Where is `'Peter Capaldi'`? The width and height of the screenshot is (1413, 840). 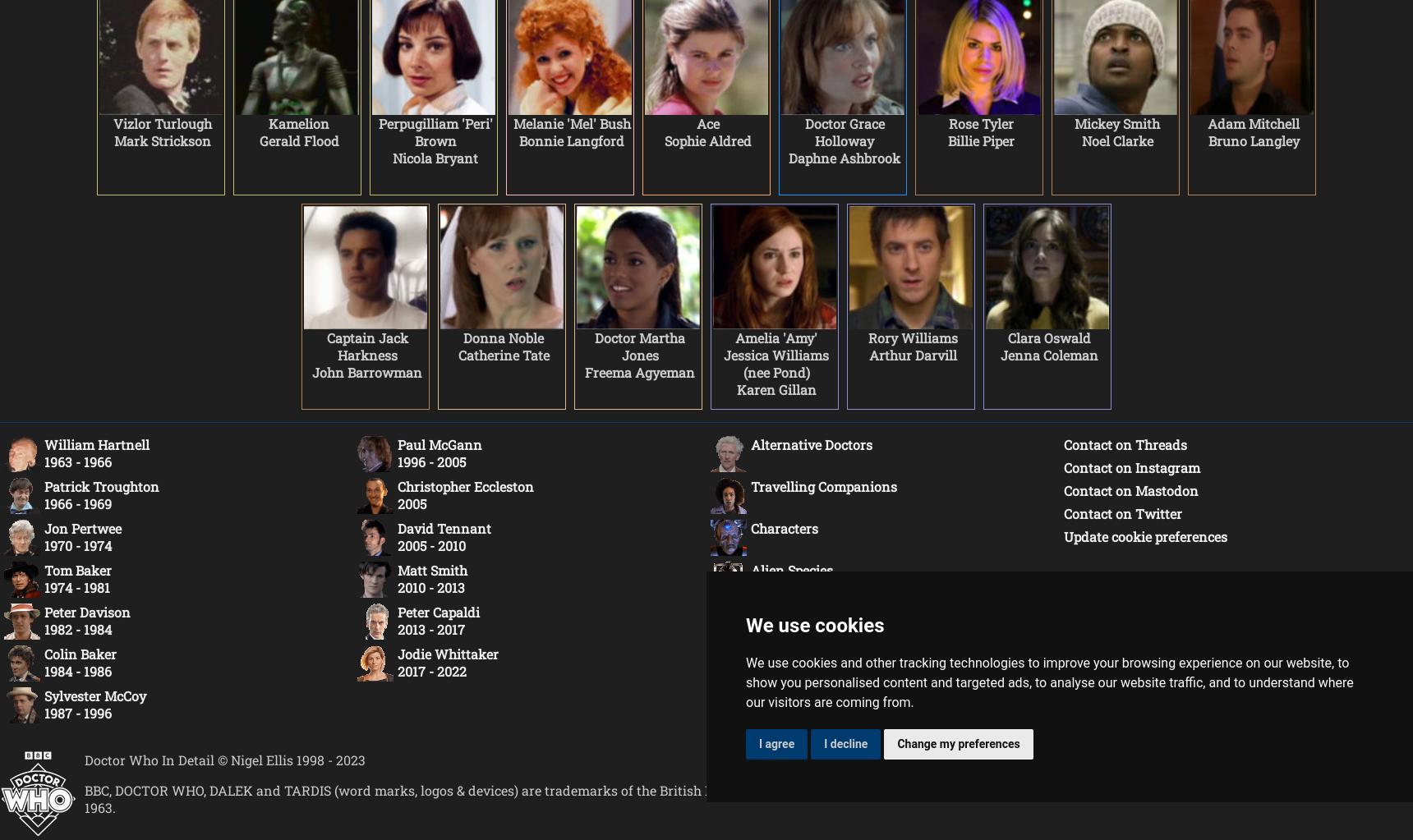
'Peter Capaldi' is located at coordinates (439, 612).